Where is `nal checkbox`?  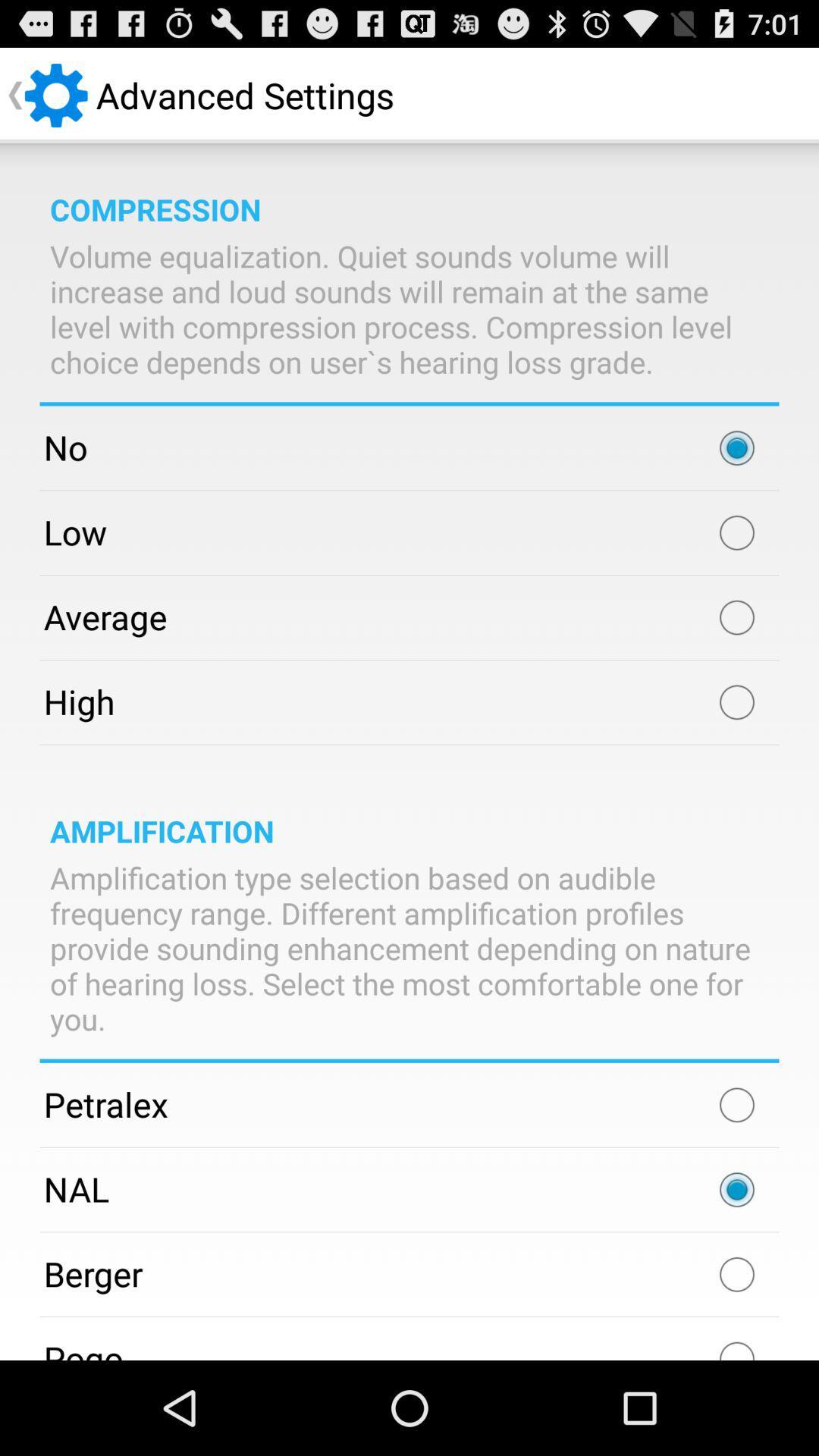
nal checkbox is located at coordinates (736, 1189).